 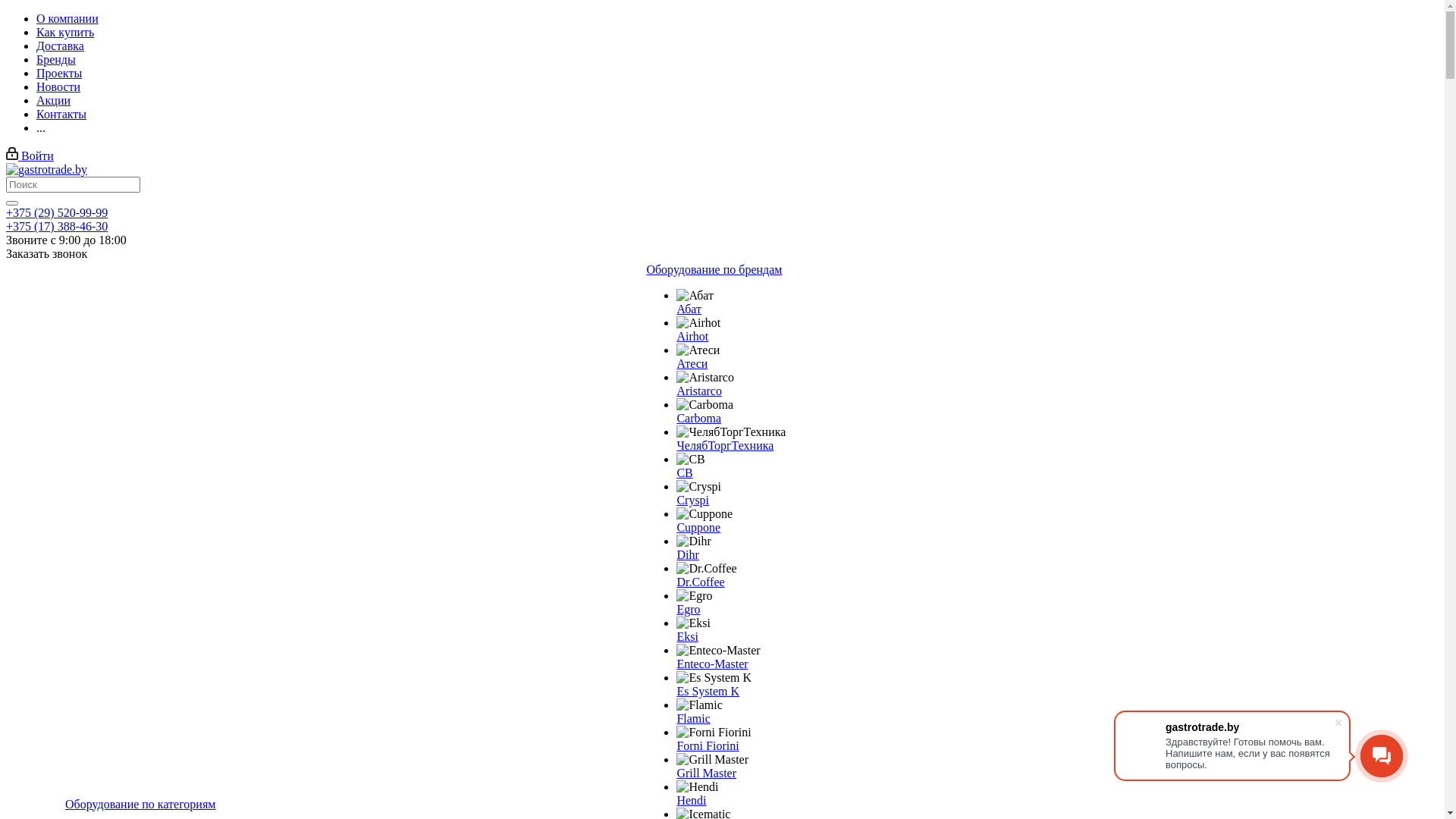 What do you see at coordinates (713, 677) in the screenshot?
I see `'Es System K'` at bounding box center [713, 677].